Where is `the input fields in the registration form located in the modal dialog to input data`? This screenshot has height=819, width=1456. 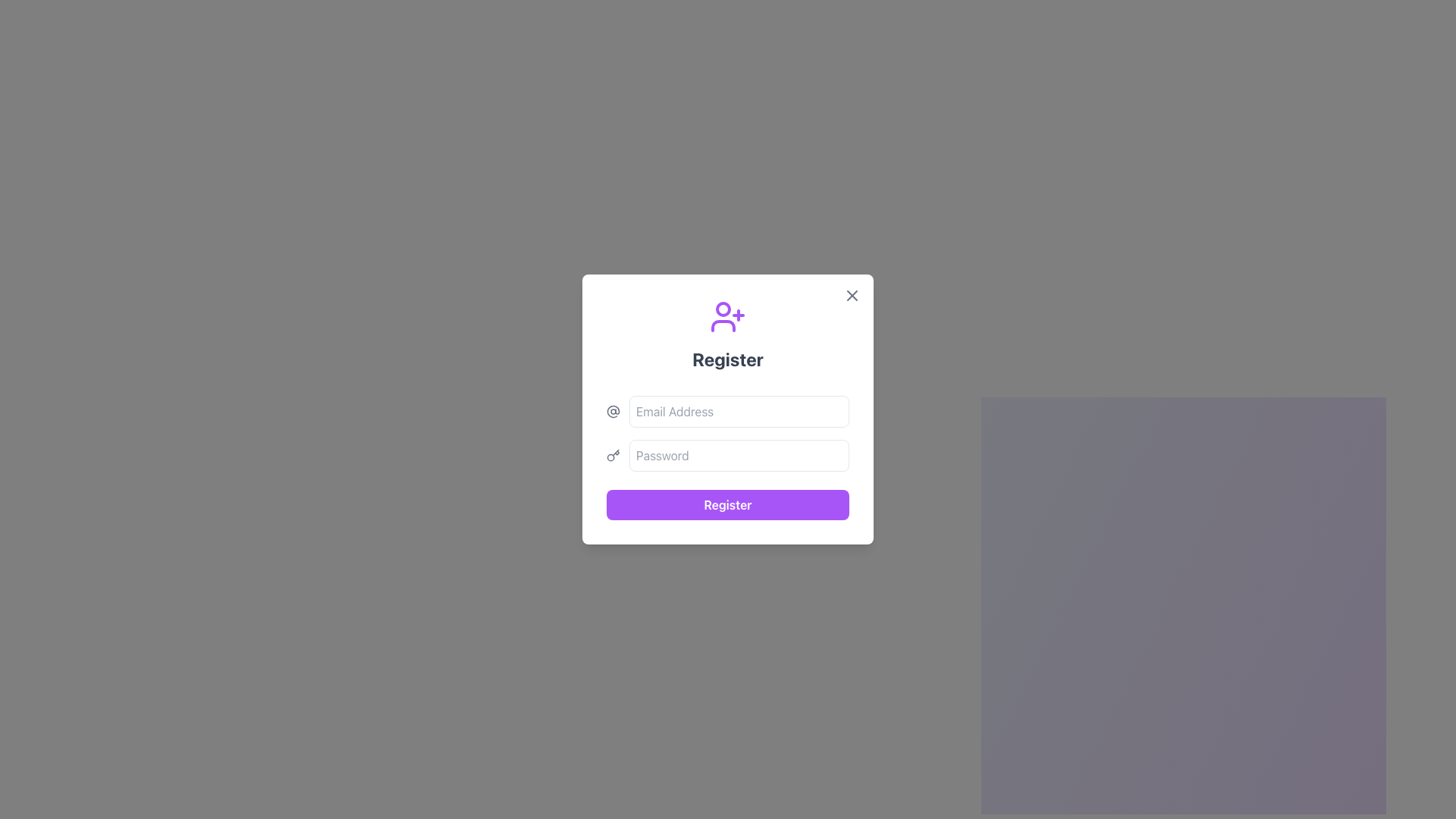 the input fields in the registration form located in the modal dialog to input data is located at coordinates (728, 409).